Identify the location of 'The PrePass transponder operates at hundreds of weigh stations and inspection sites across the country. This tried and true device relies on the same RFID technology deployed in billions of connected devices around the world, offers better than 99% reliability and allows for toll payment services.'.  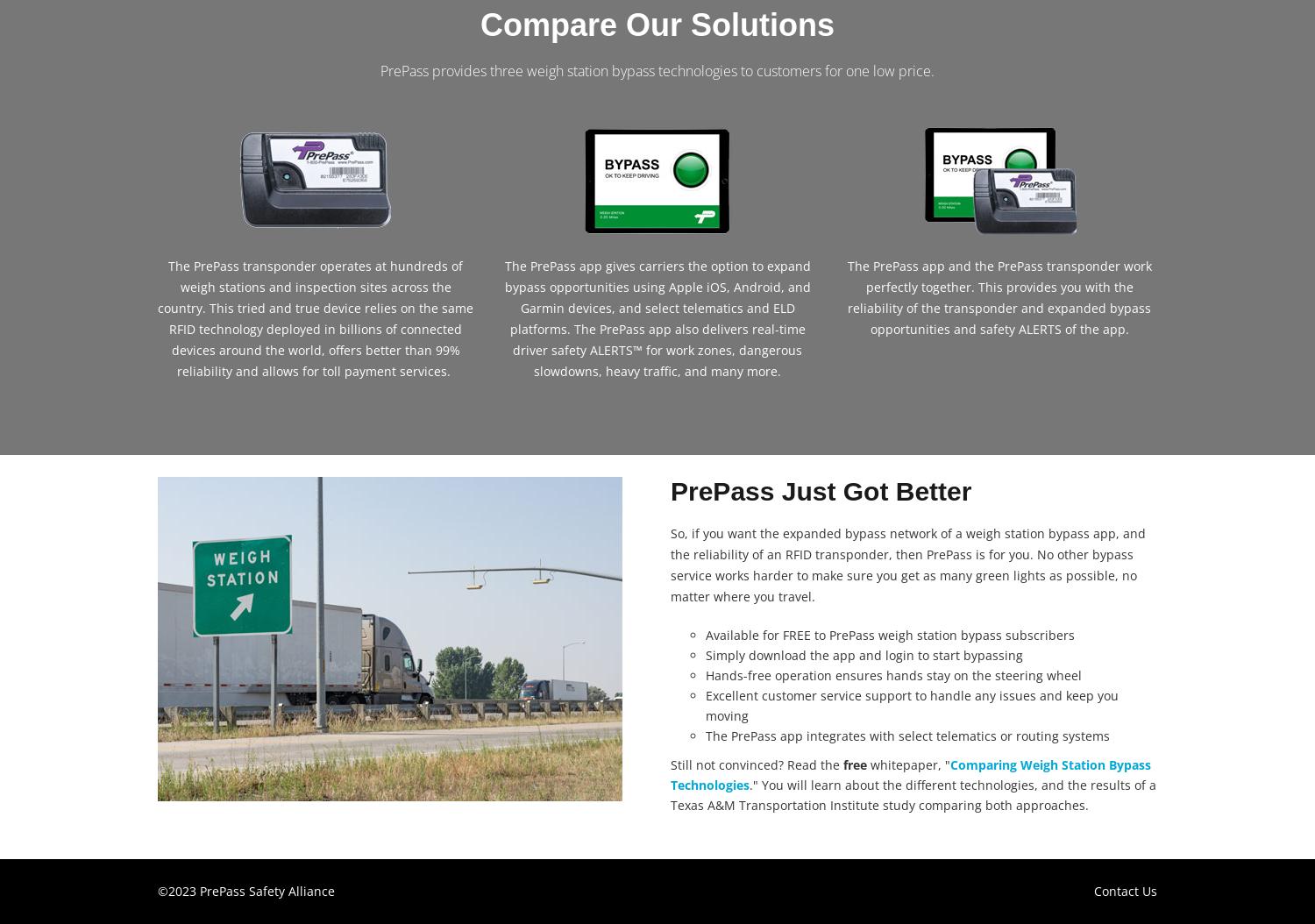
(315, 317).